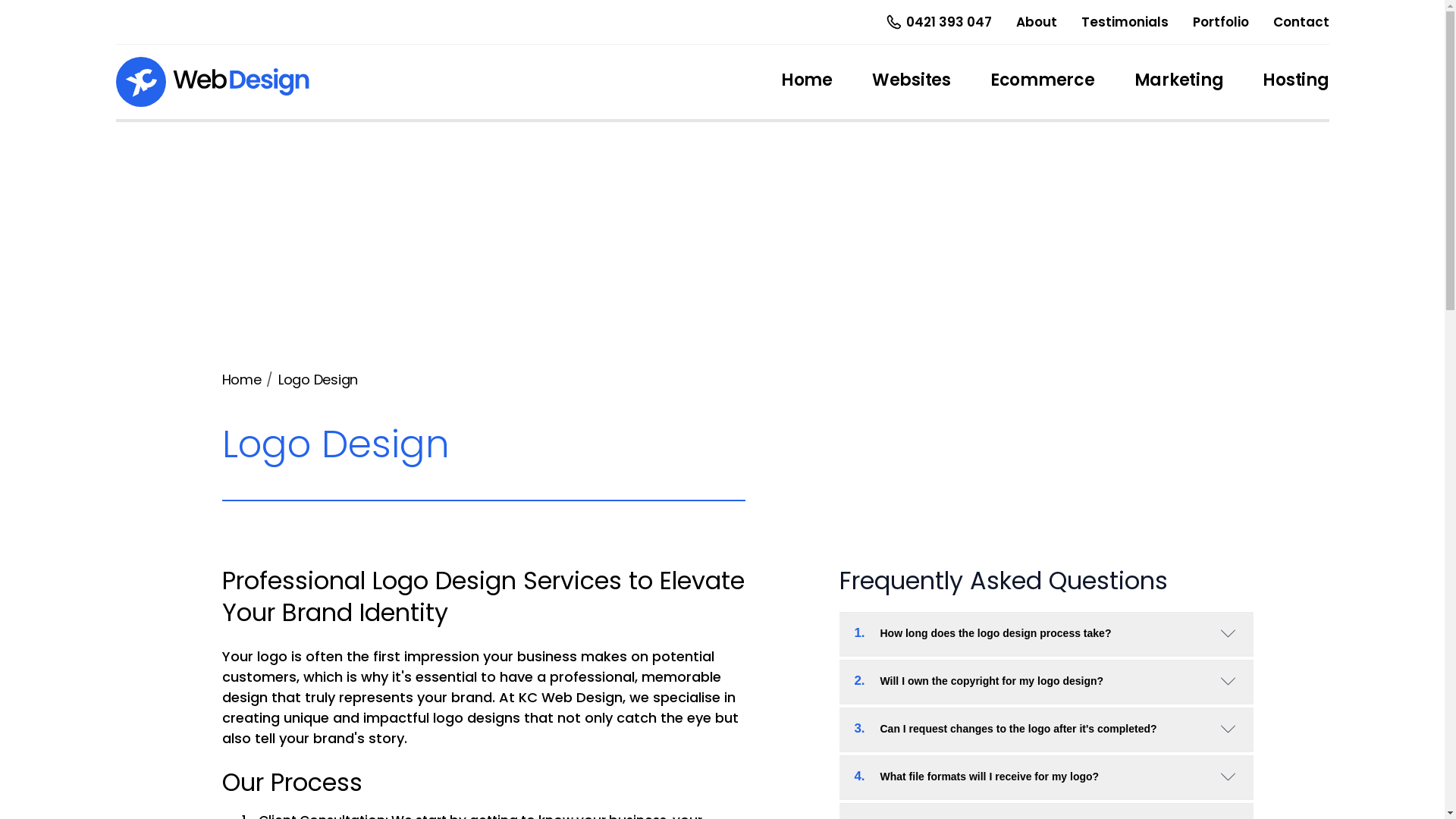 This screenshot has width=1456, height=819. I want to click on '4., so click(1044, 776).